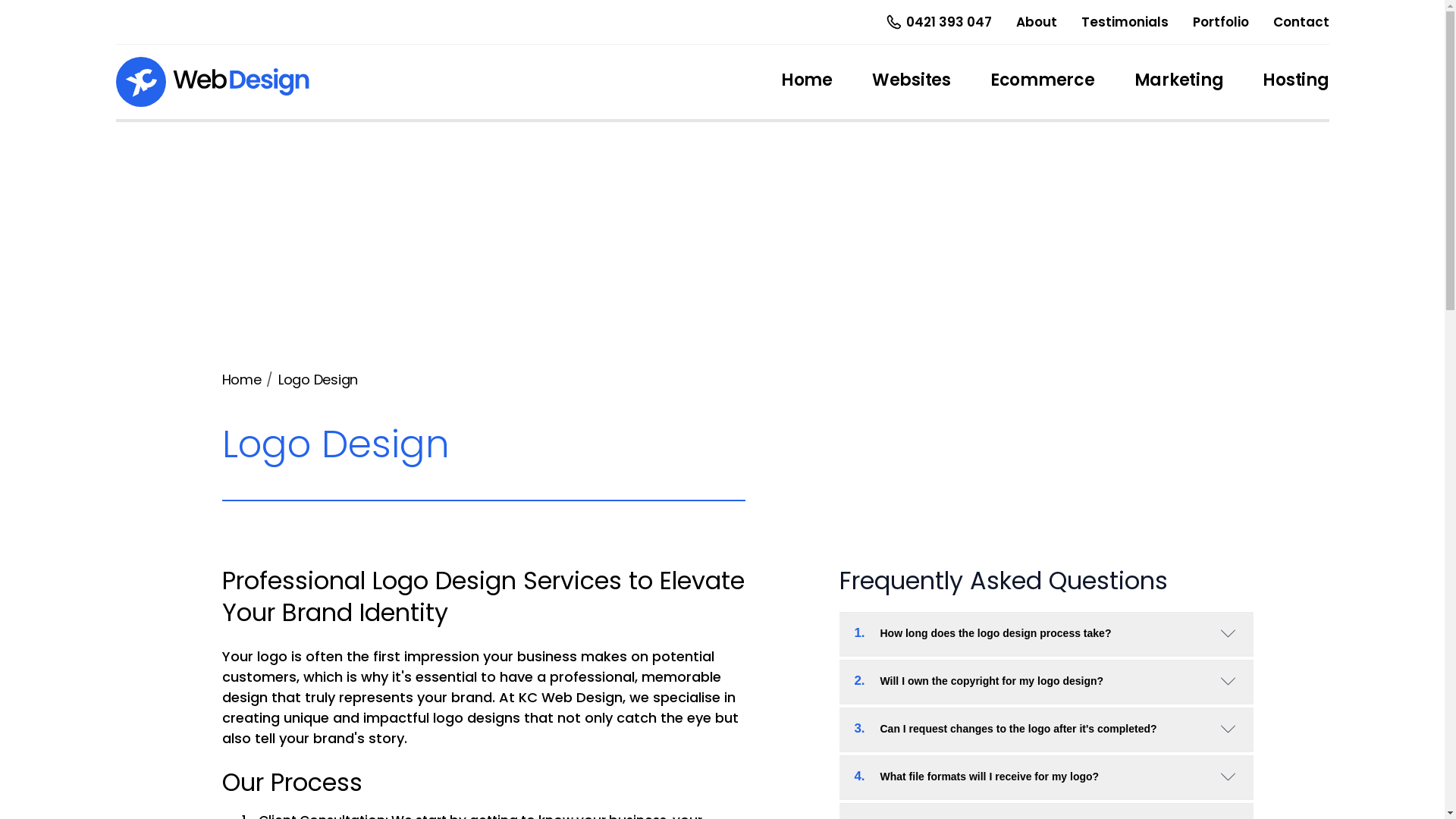 This screenshot has width=1456, height=819. I want to click on '4., so click(1044, 776).